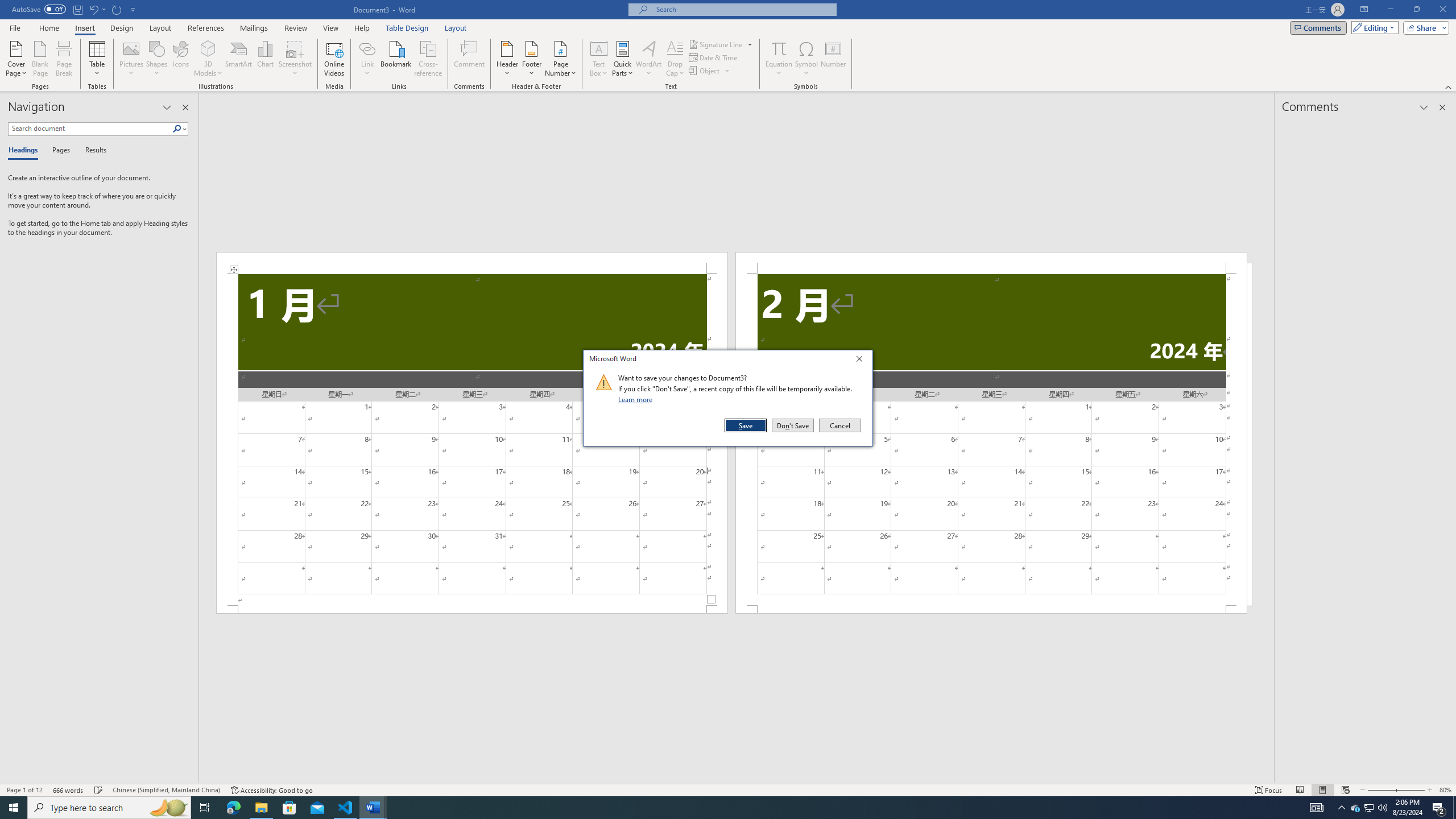  I want to click on 'Chart...', so click(265, 59).